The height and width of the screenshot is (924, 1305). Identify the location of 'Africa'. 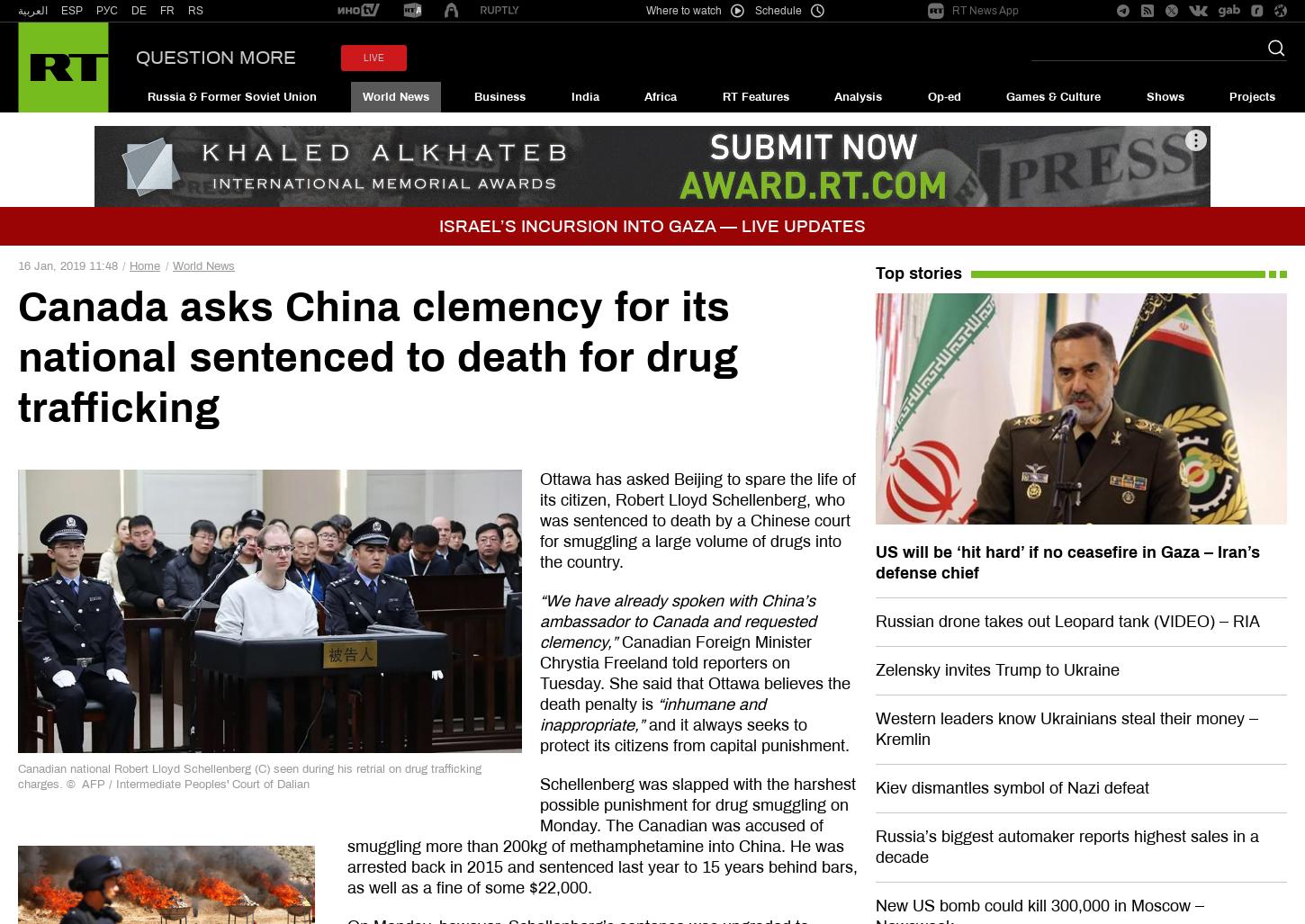
(660, 95).